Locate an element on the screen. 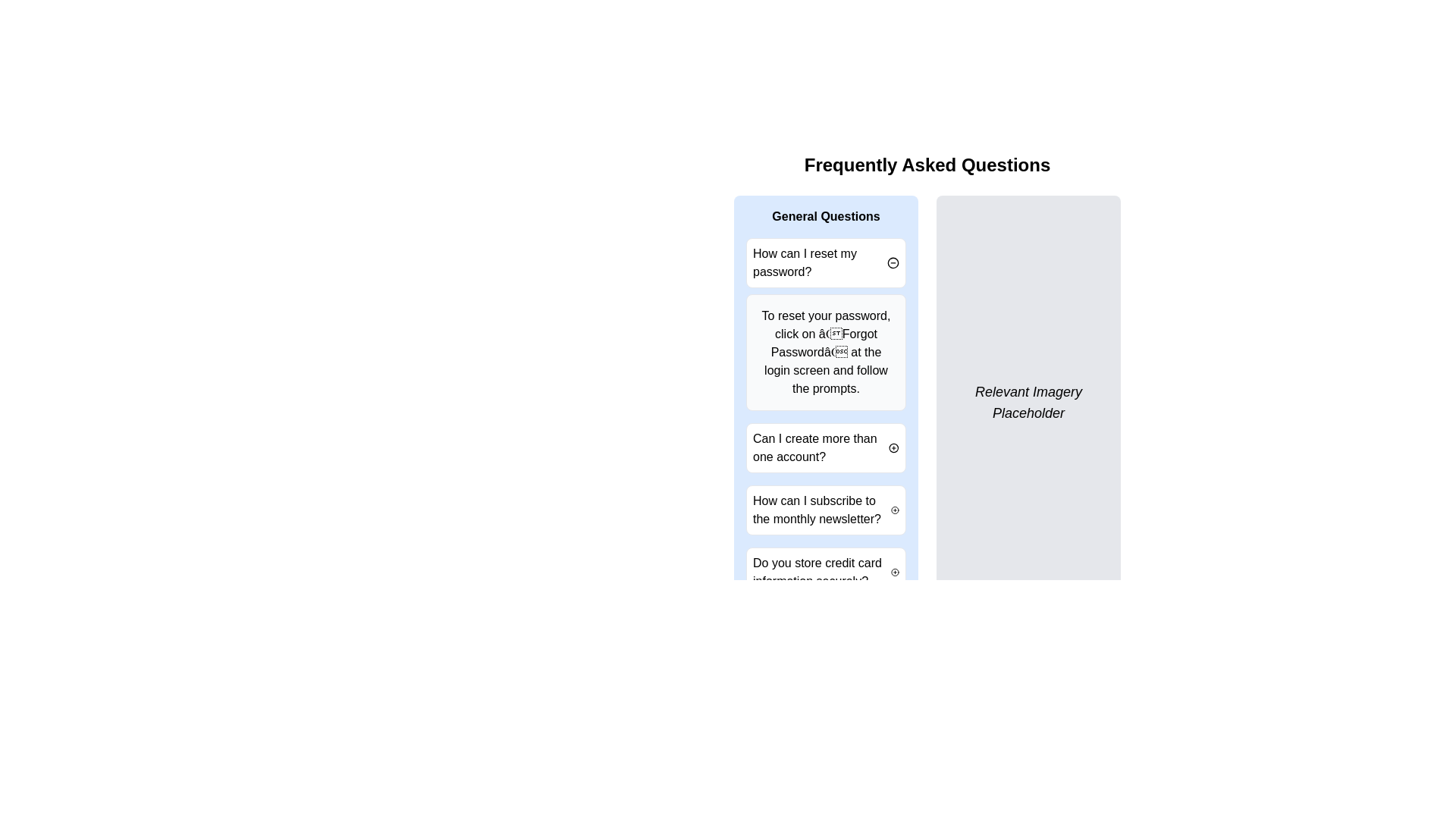 The width and height of the screenshot is (1456, 819). the plus icon (⨁) of the Expandable FAQ item titled 'Can I create more than one account?' is located at coordinates (825, 447).